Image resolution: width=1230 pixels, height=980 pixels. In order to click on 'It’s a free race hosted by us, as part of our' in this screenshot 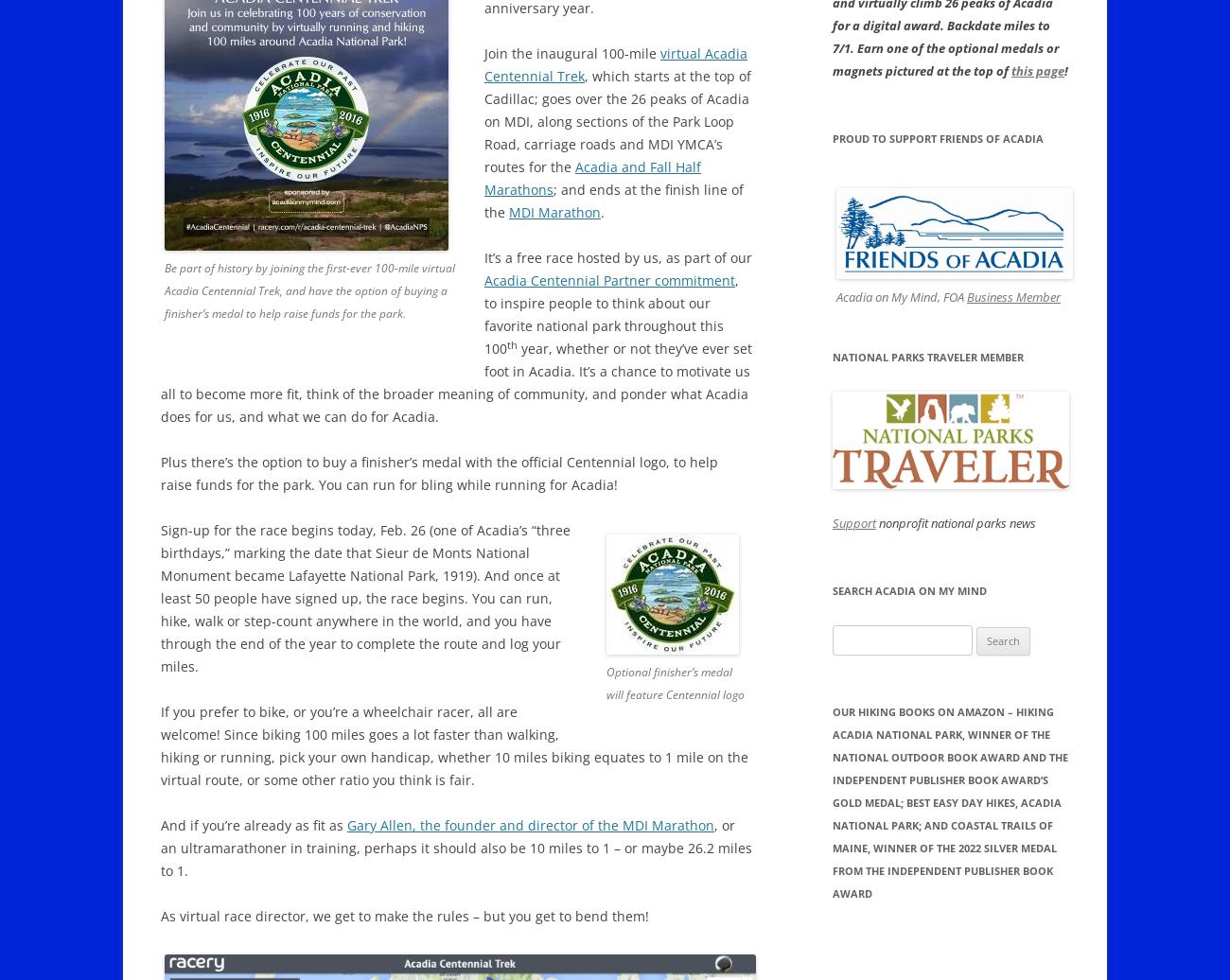, I will do `click(617, 257)`.